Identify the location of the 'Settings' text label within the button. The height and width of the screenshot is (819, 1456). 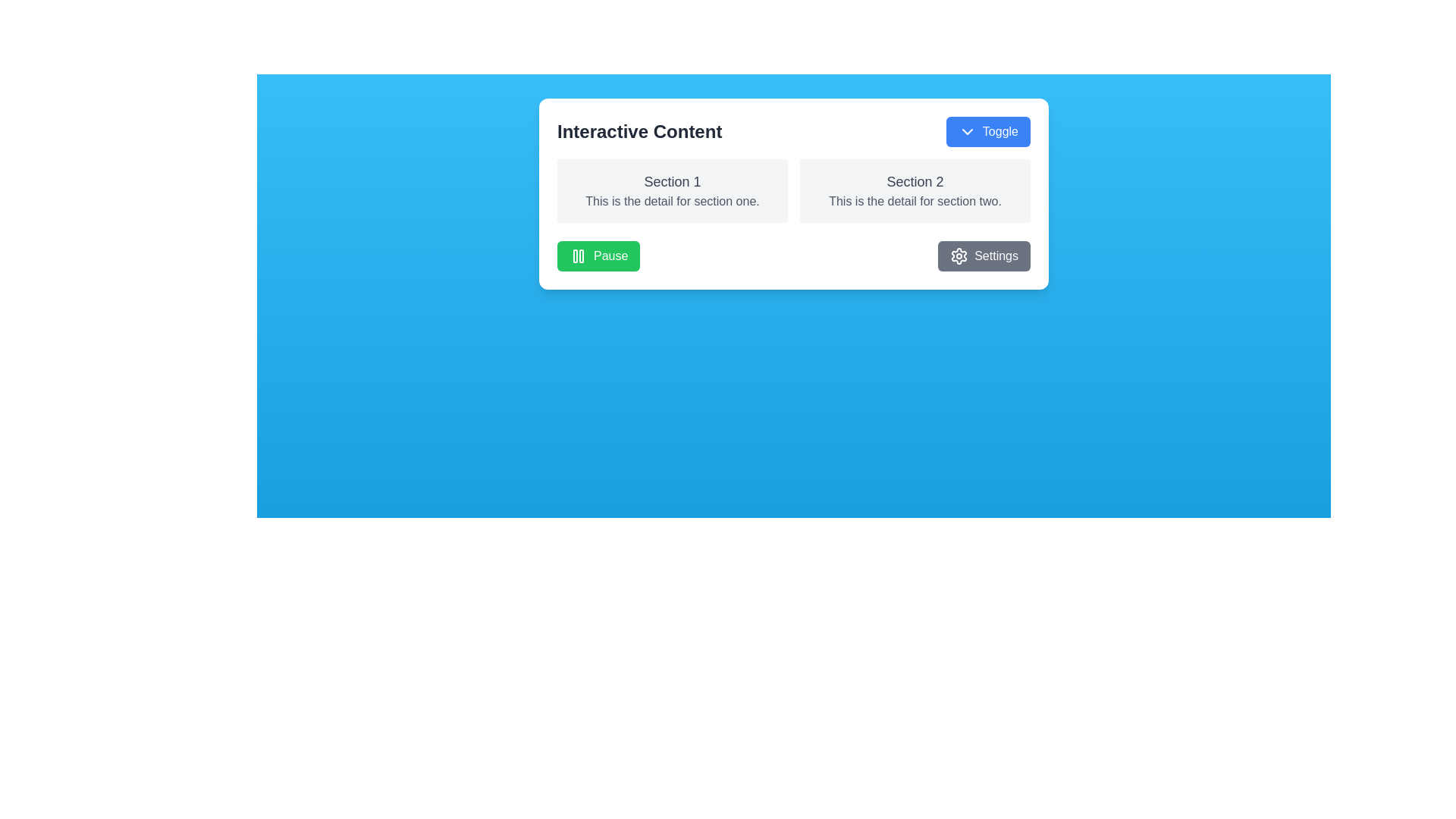
(996, 256).